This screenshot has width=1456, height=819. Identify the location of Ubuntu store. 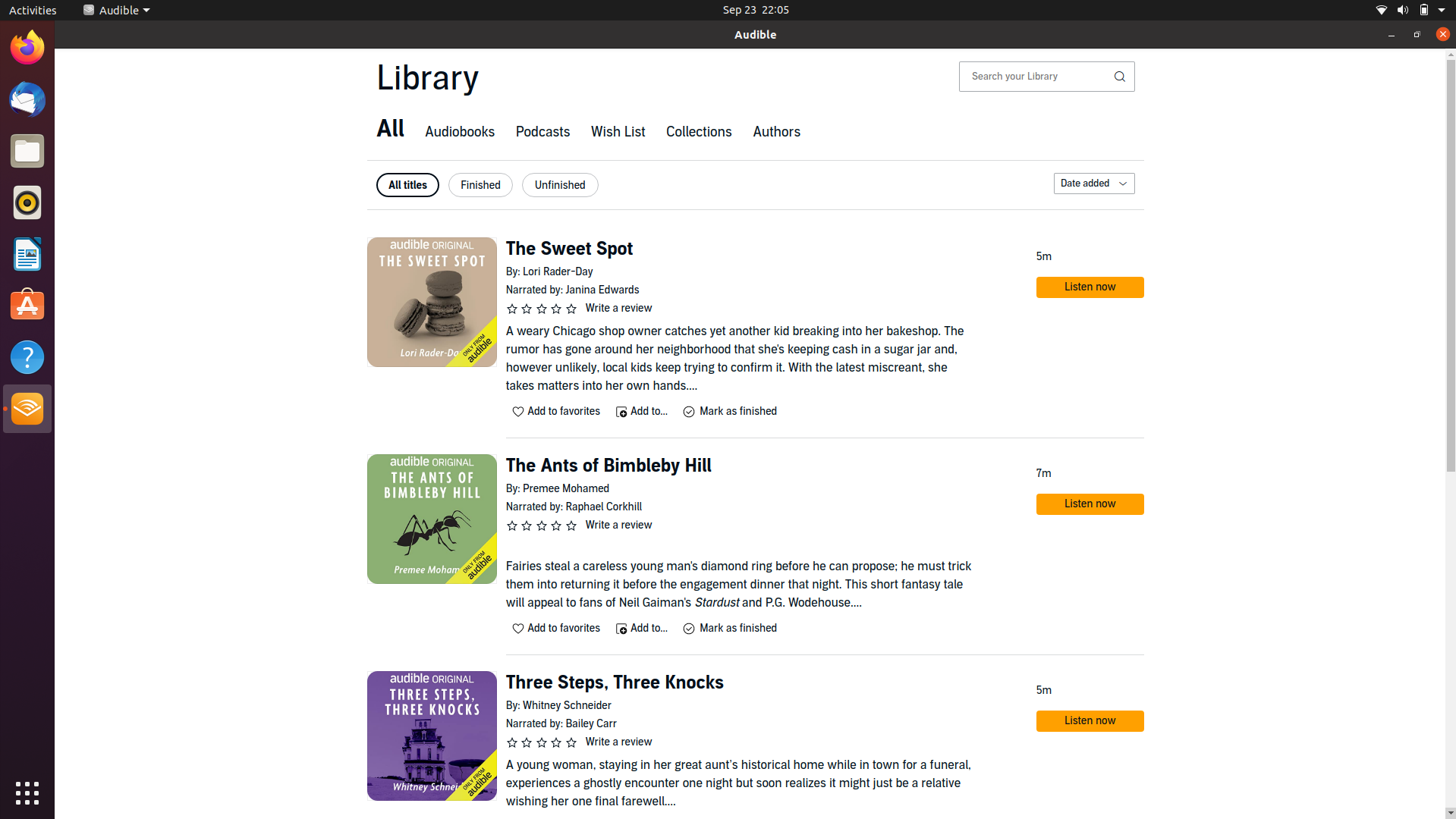
(28, 304).